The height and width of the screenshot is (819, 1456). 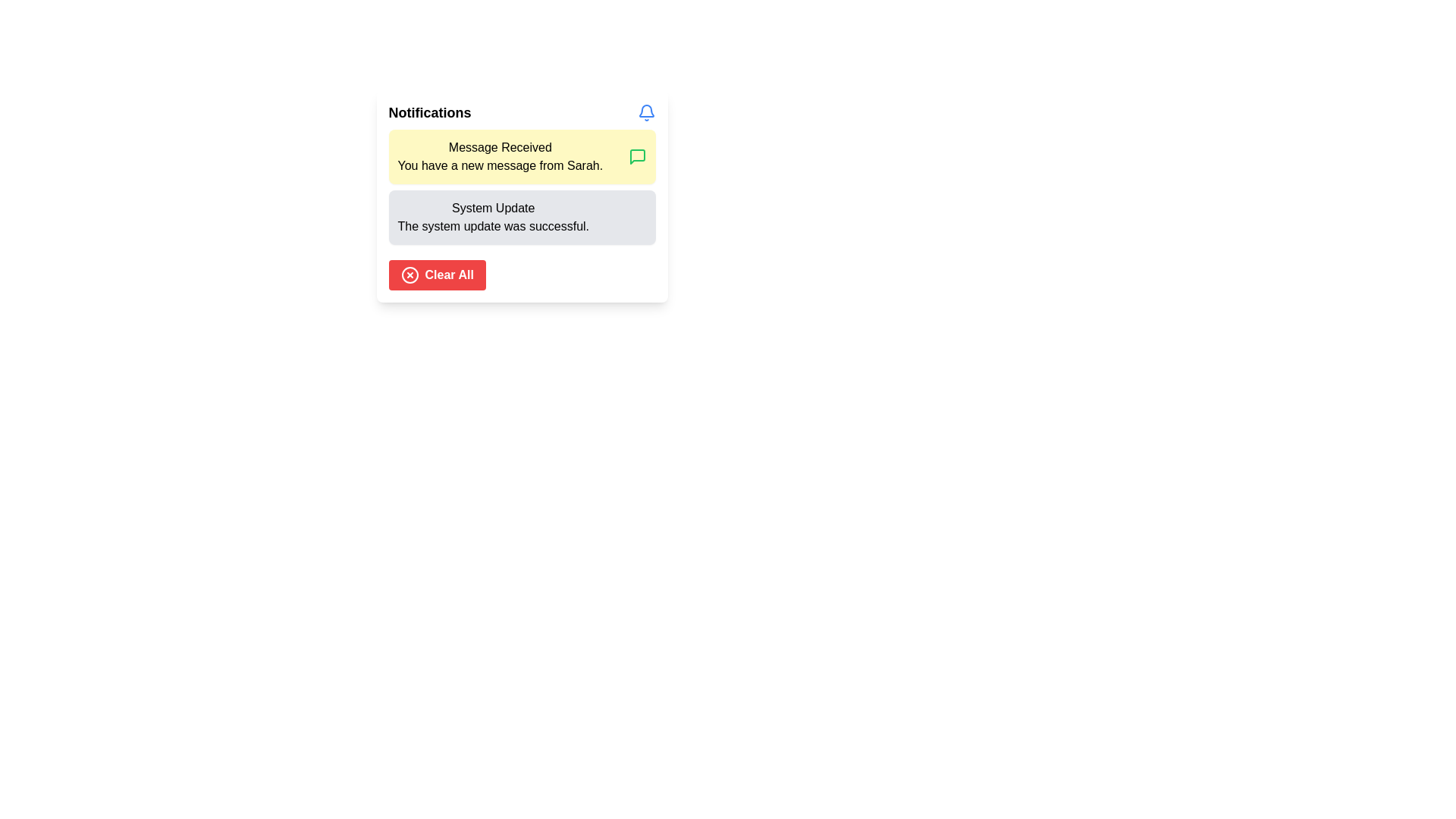 I want to click on the green chat icon on the Notification panel which has a yellow background and contains the message 'Message Received' and 'You have a new message from Sarah.', so click(x=522, y=157).